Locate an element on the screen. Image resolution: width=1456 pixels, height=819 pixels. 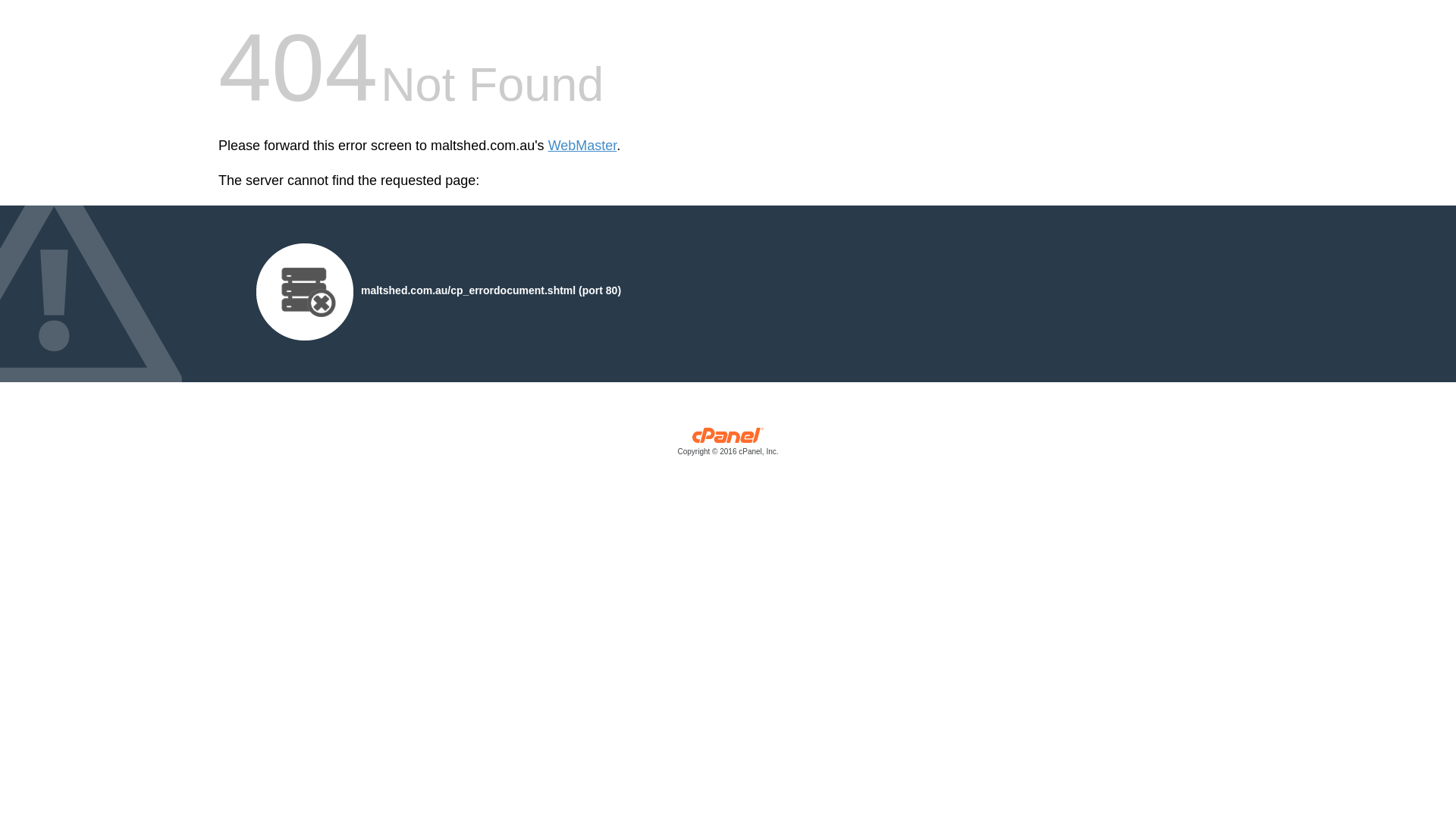
'WebMaster' is located at coordinates (582, 146).